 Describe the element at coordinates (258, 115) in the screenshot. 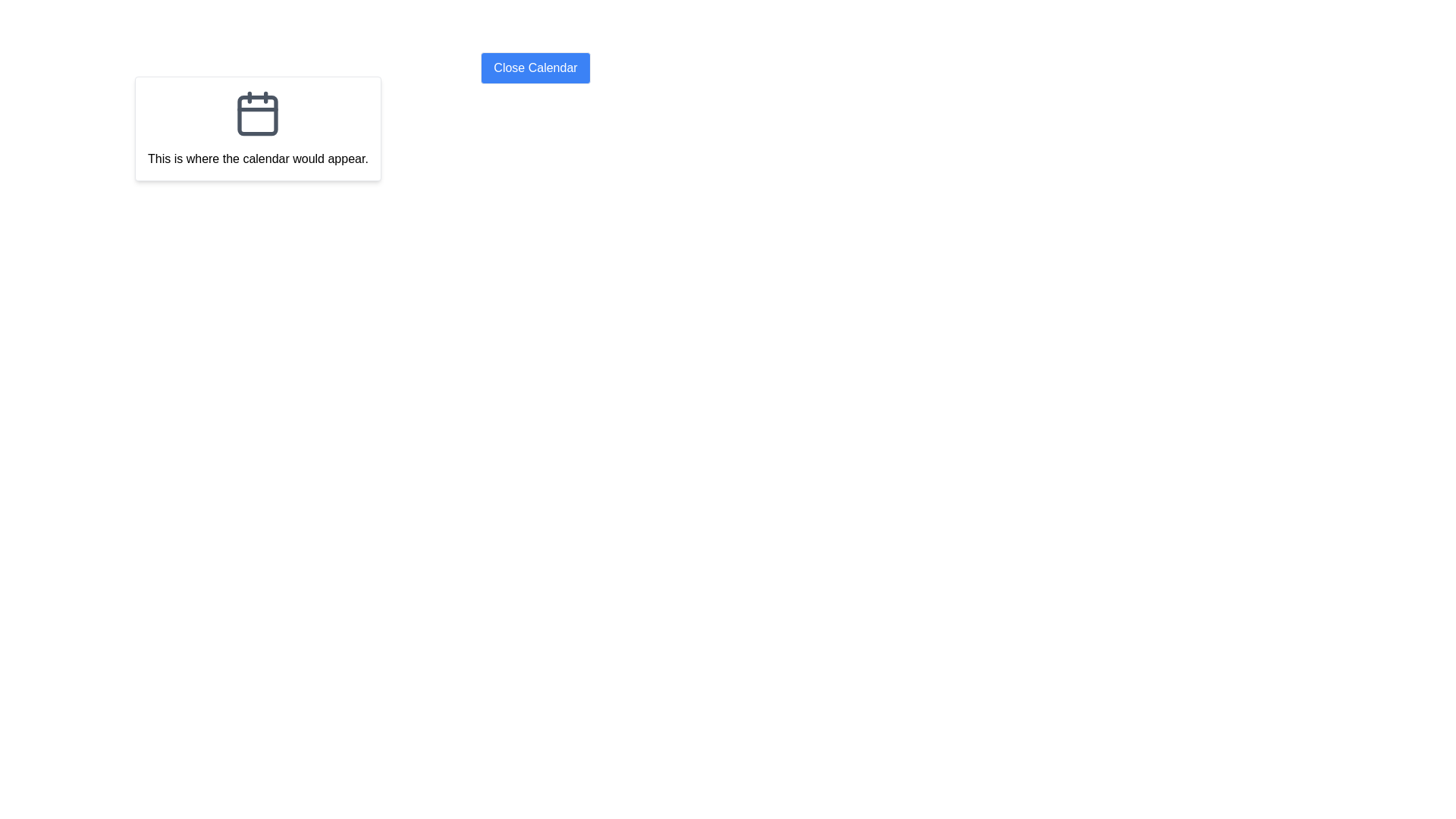

I see `the white rounded rectangle area within the calendar icon that represents the calendar grid` at that location.